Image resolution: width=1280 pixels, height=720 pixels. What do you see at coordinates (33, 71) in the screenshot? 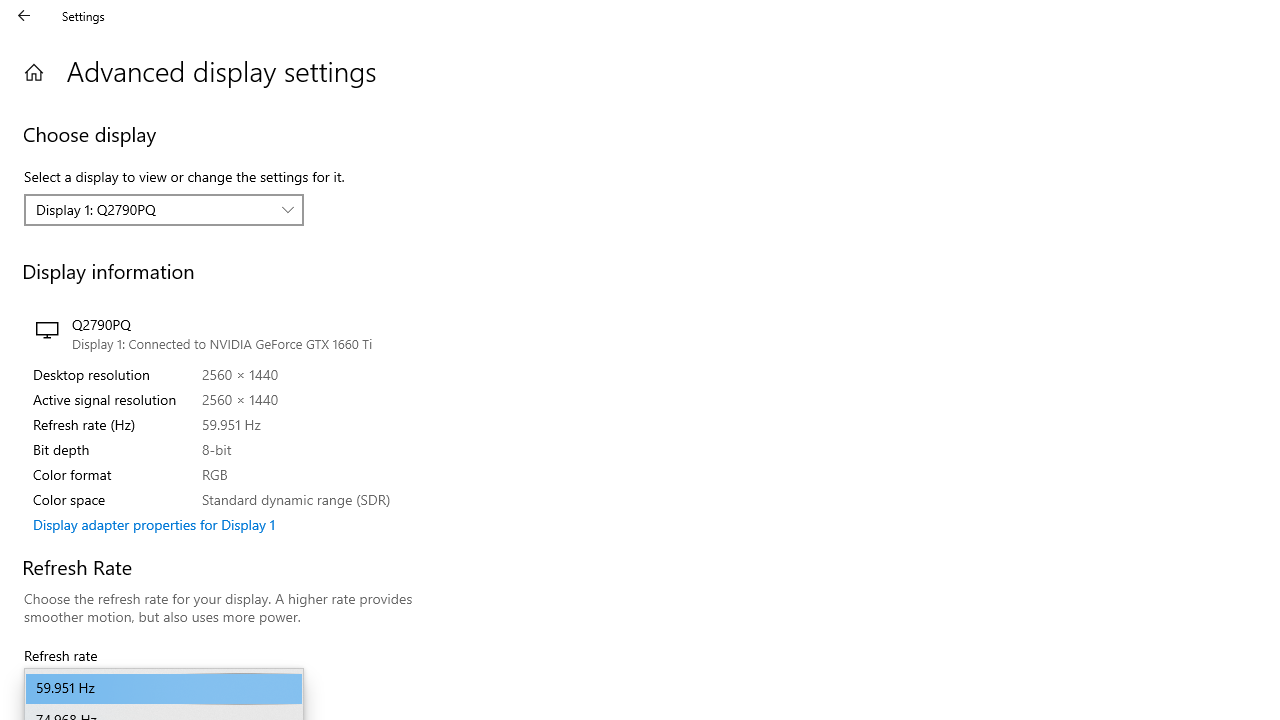
I see `'Home'` at bounding box center [33, 71].